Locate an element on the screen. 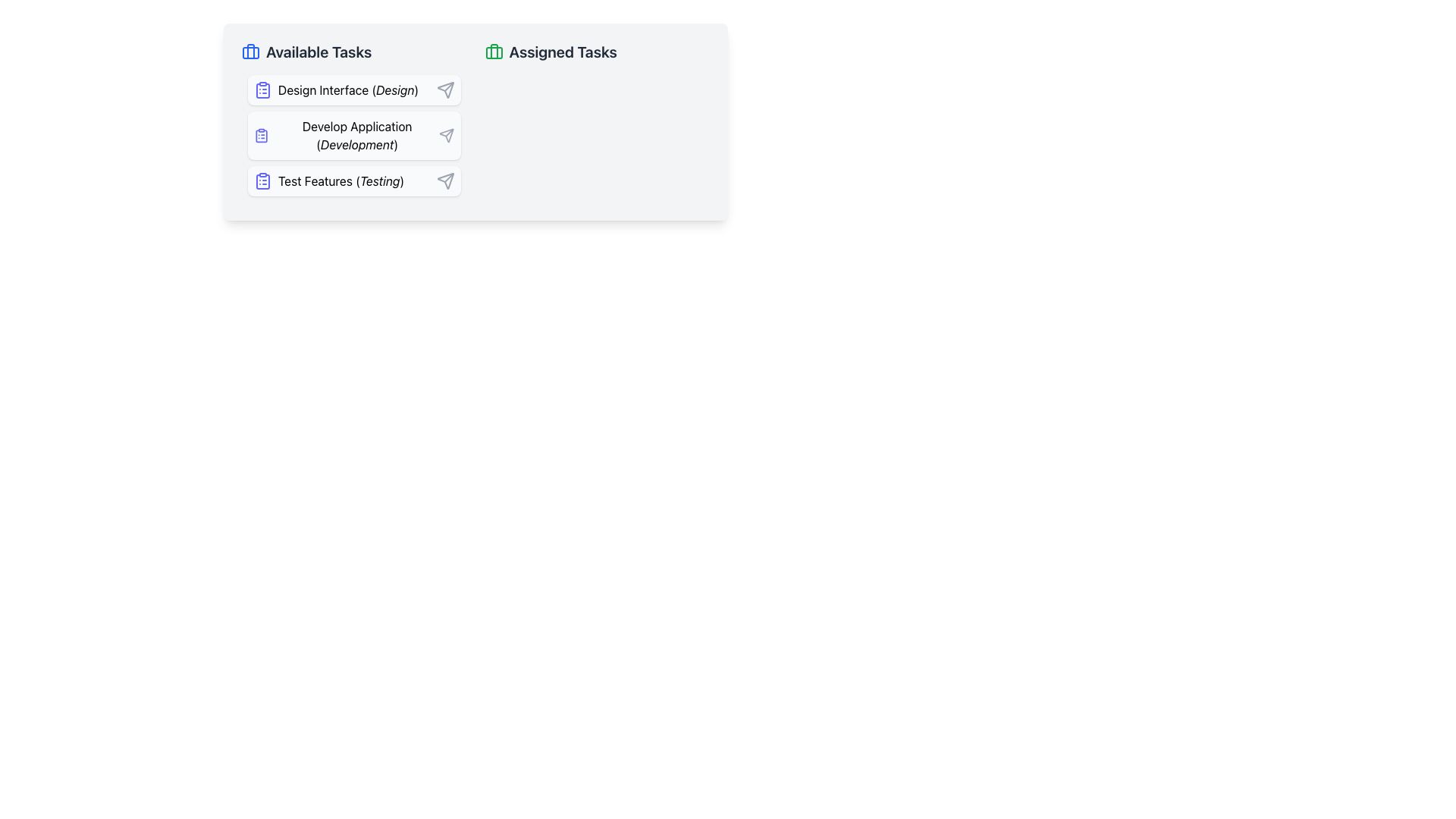 The height and width of the screenshot is (819, 1456). the 'Design Interface (Design)' text with clipboard icon is located at coordinates (335, 90).